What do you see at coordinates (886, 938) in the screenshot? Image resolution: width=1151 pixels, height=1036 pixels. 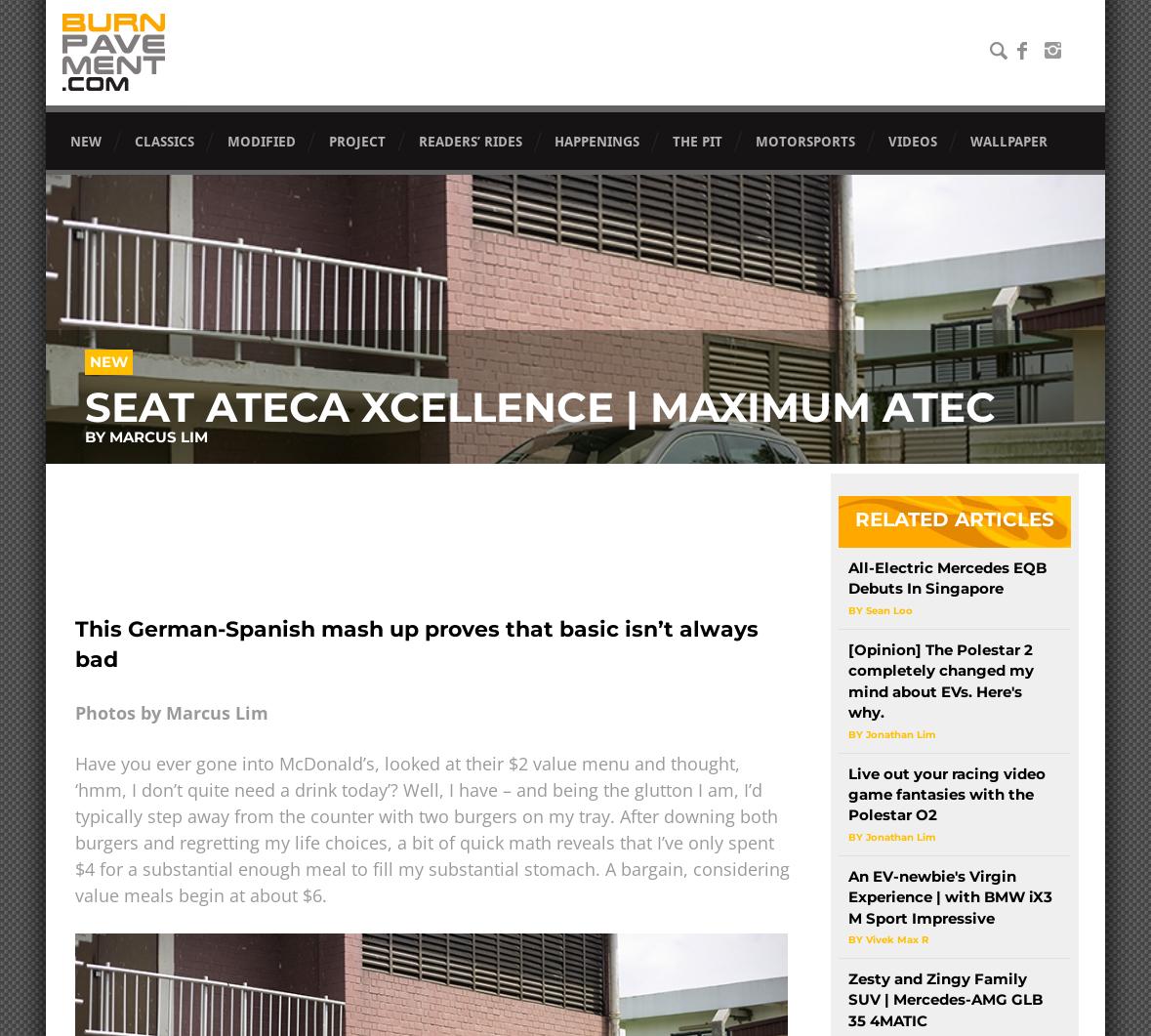 I see `'BY Vivek Max R'` at bounding box center [886, 938].